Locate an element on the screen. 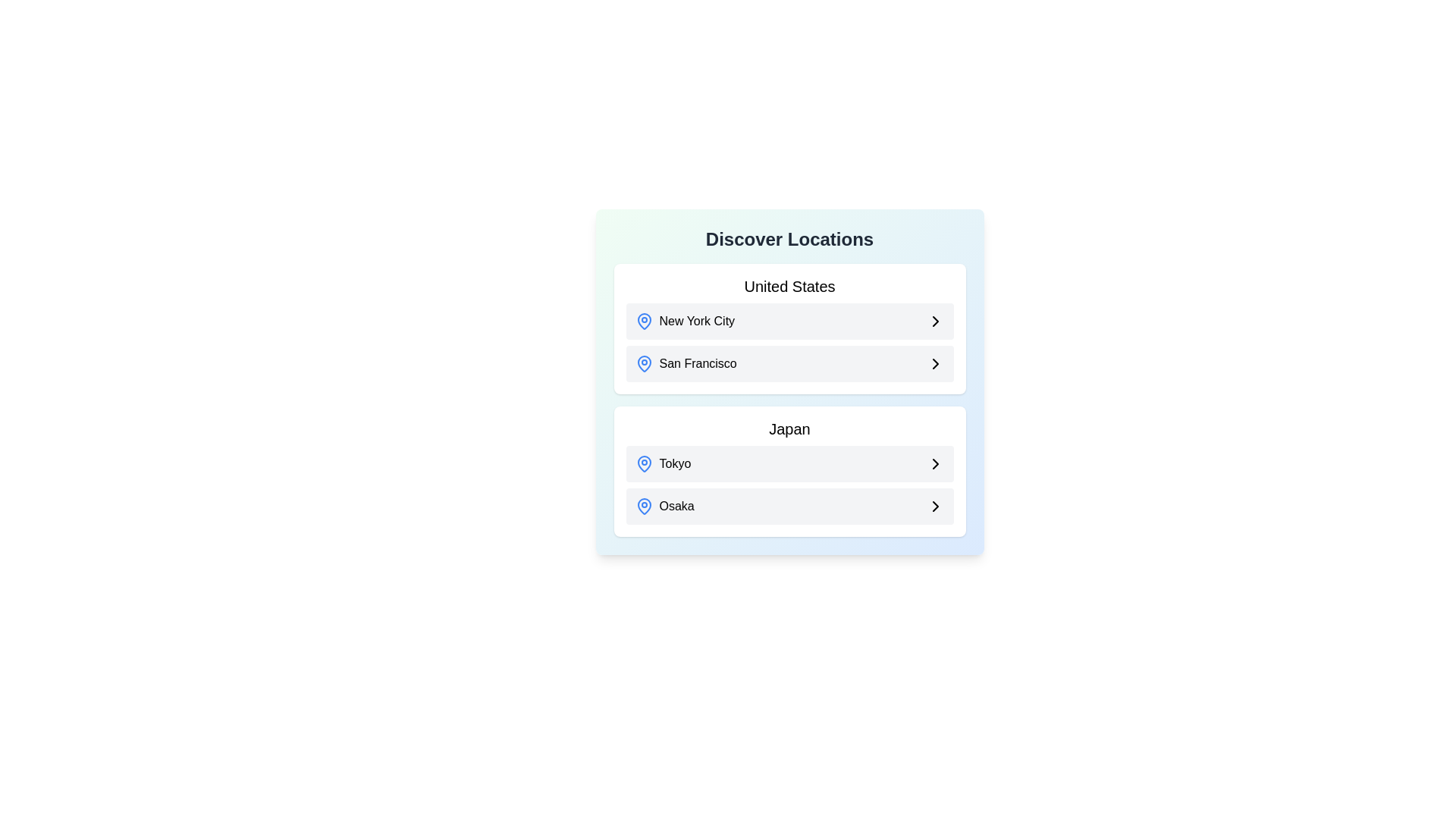  the rightward-pointing arrow icon styled with the 'lucide-chevron-right' class, located in the 'Japan' section next to the 'Tokyo' text is located at coordinates (934, 463).